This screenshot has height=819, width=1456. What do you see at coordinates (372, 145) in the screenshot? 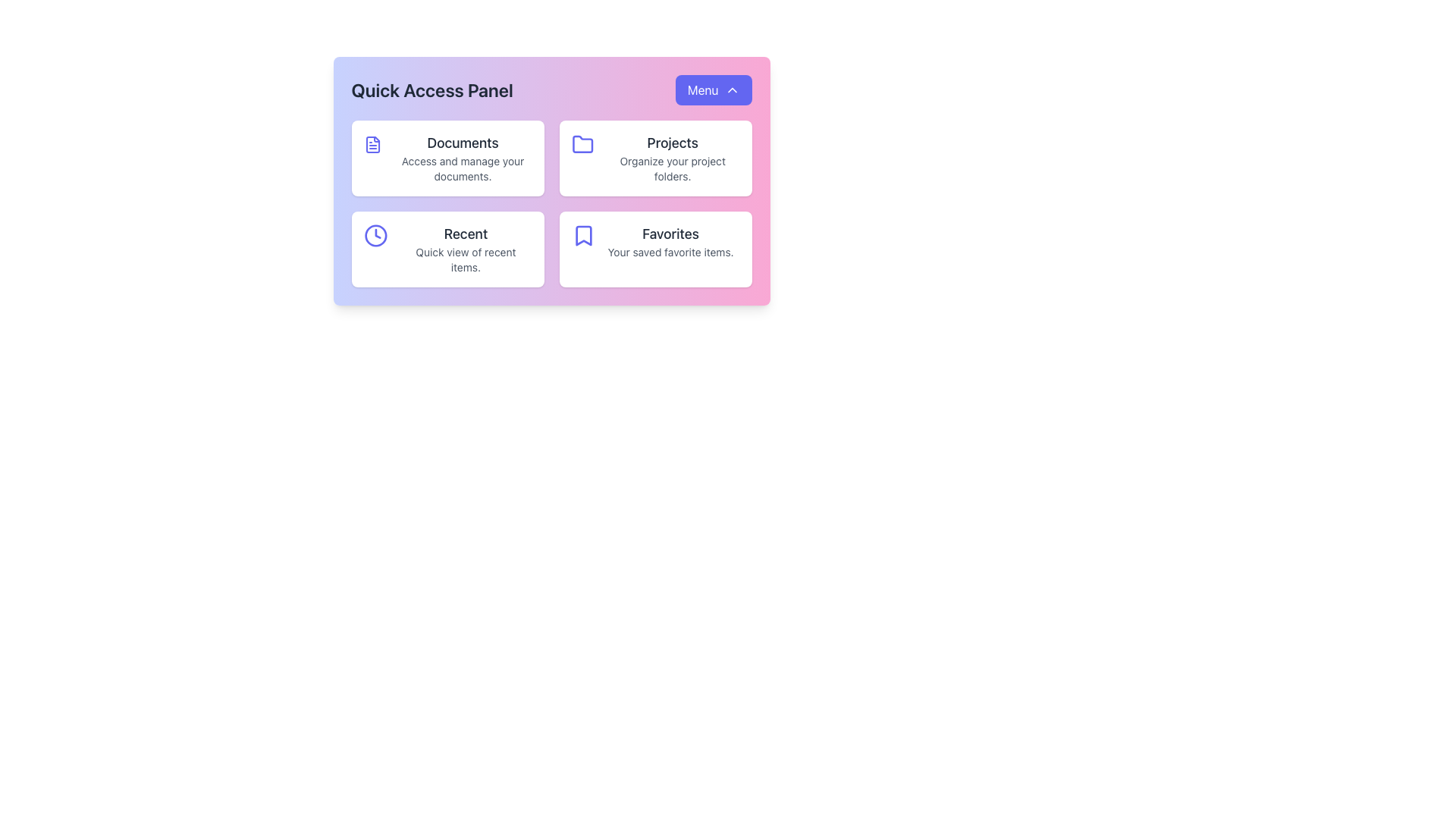
I see `the 'Documents' icon located at the top-left corner of its card in the grid layout` at bounding box center [372, 145].